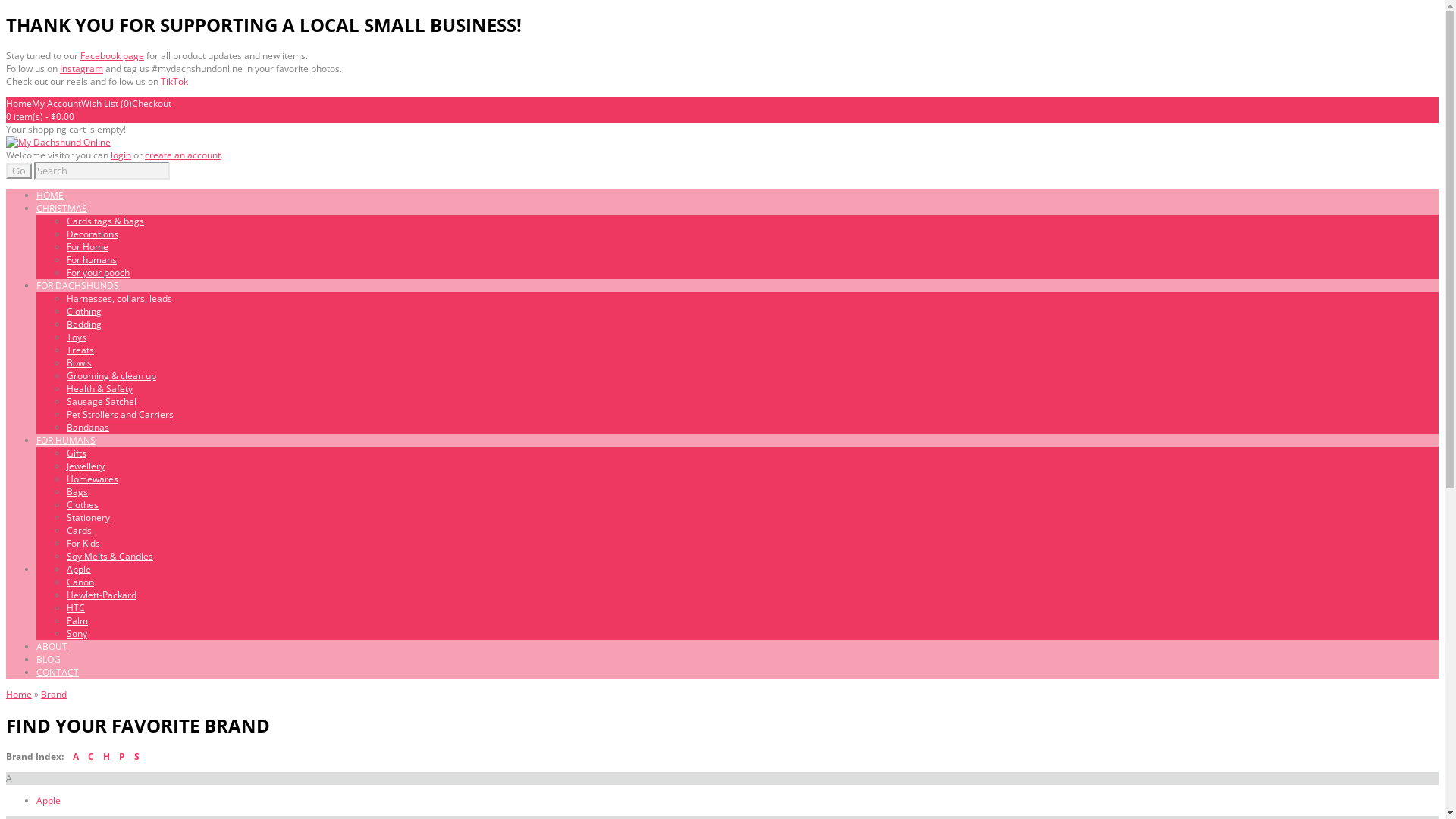 The height and width of the screenshot is (819, 1456). I want to click on 'CONTACT', so click(58, 671).